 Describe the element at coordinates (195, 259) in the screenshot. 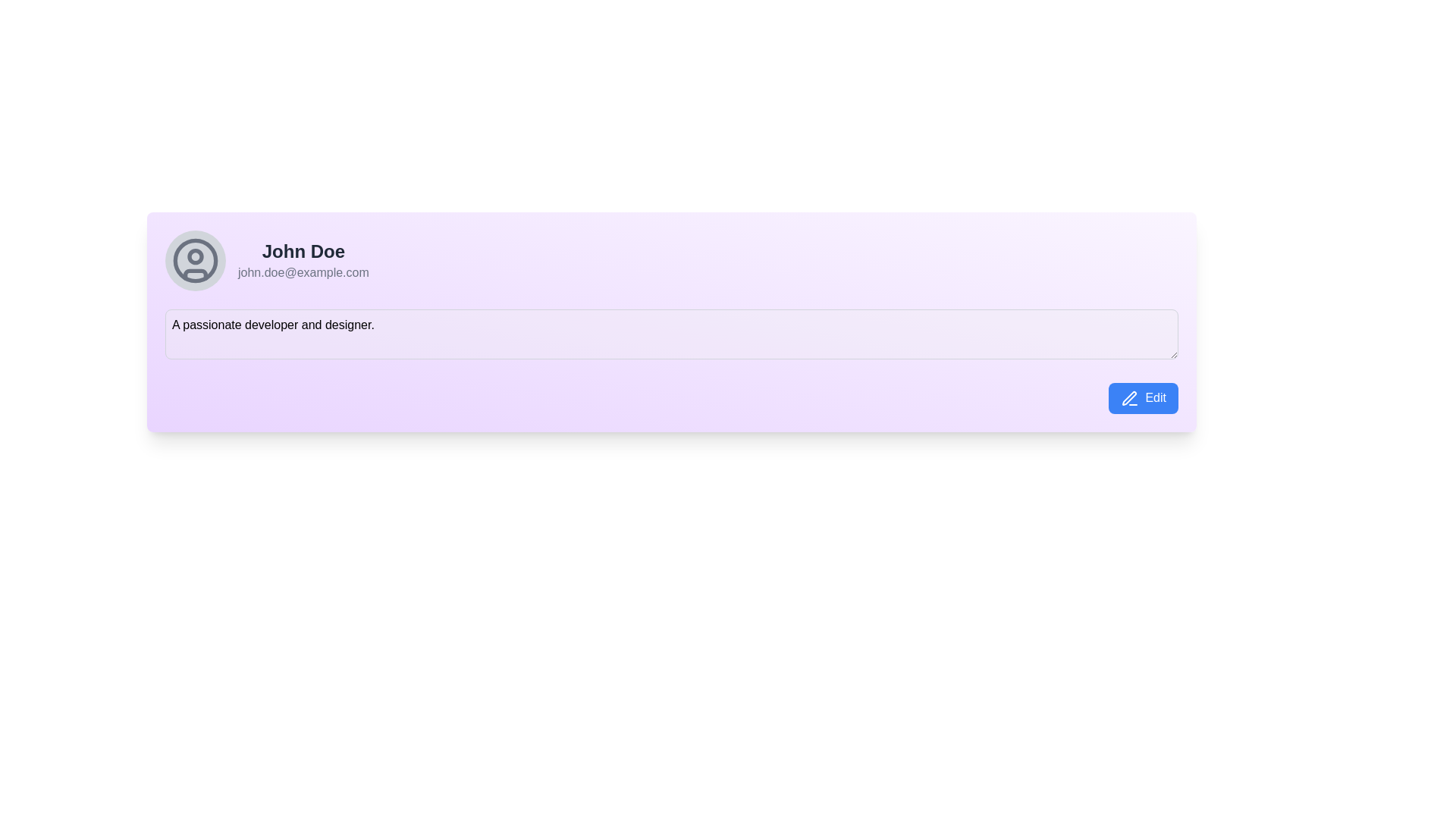

I see `the SVG Circle Element which is a thin gray stroke forming a complete circle, part of the user avatar icon located to the left of the user name 'John Doe'` at that location.